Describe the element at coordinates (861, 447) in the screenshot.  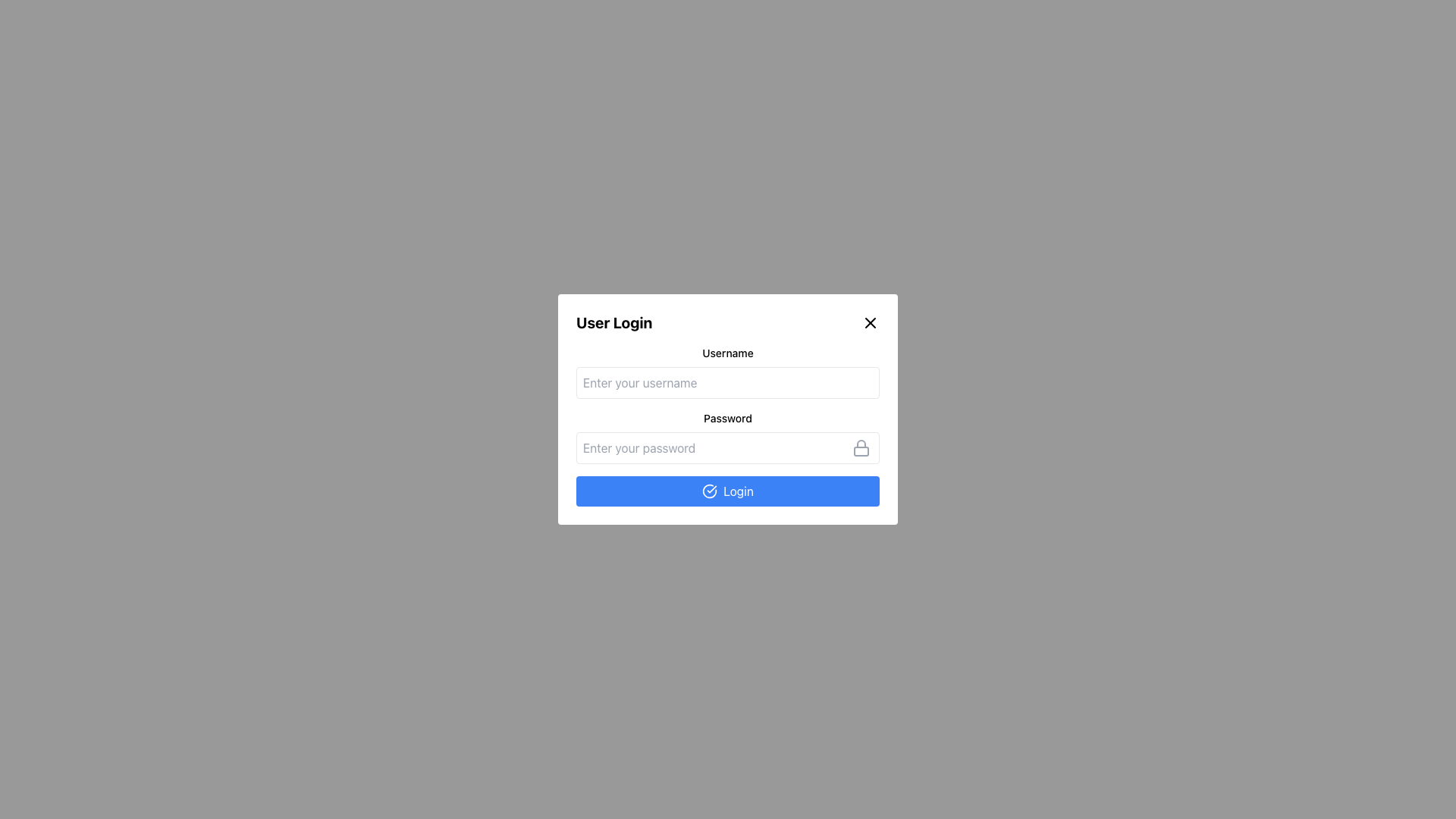
I see `the gray-colored lock icon, which is styled in a simplistic outline form and located inside the password input field on the right side` at that location.